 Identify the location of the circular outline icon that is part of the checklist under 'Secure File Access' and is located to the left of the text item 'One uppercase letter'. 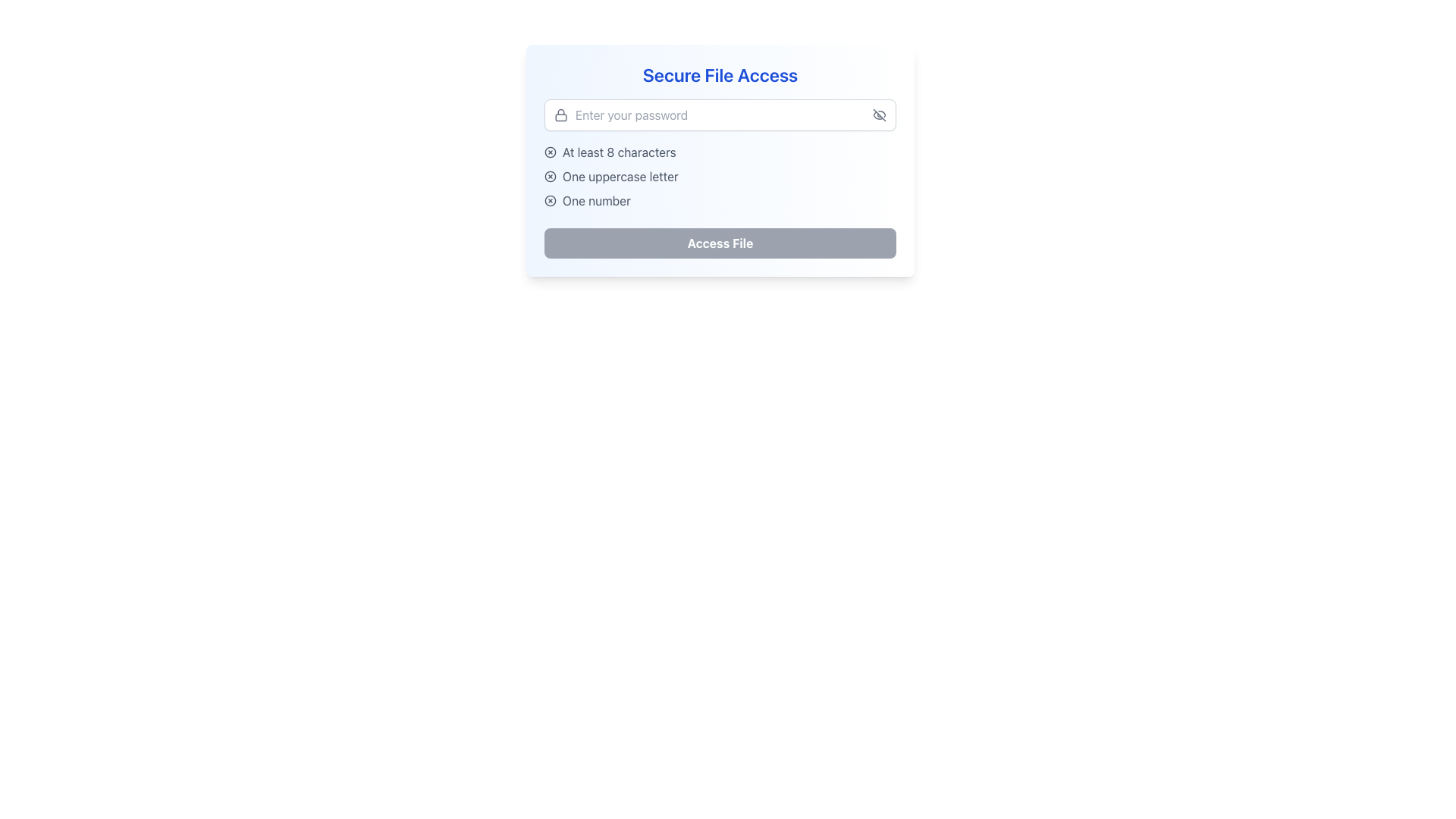
(549, 175).